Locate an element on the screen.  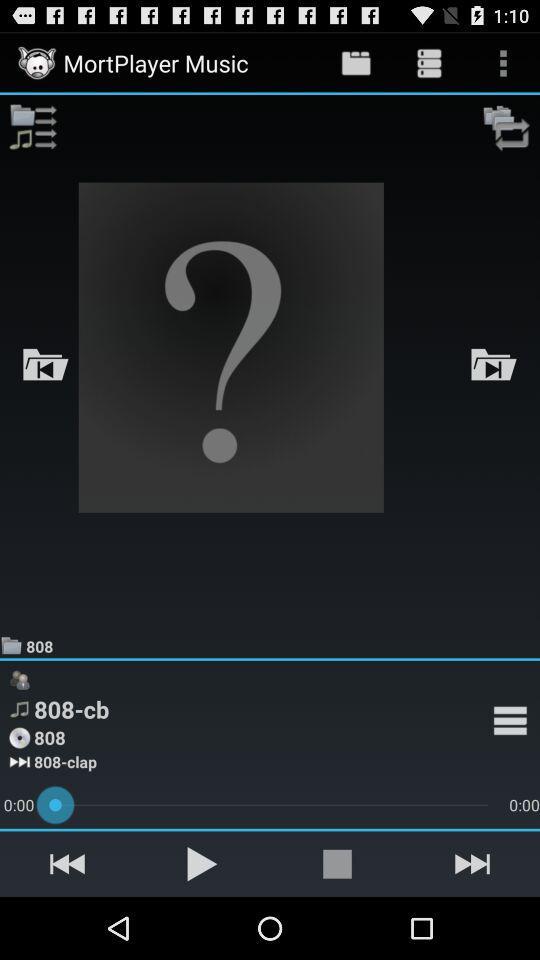
the skip_next icon is located at coordinates (472, 924).